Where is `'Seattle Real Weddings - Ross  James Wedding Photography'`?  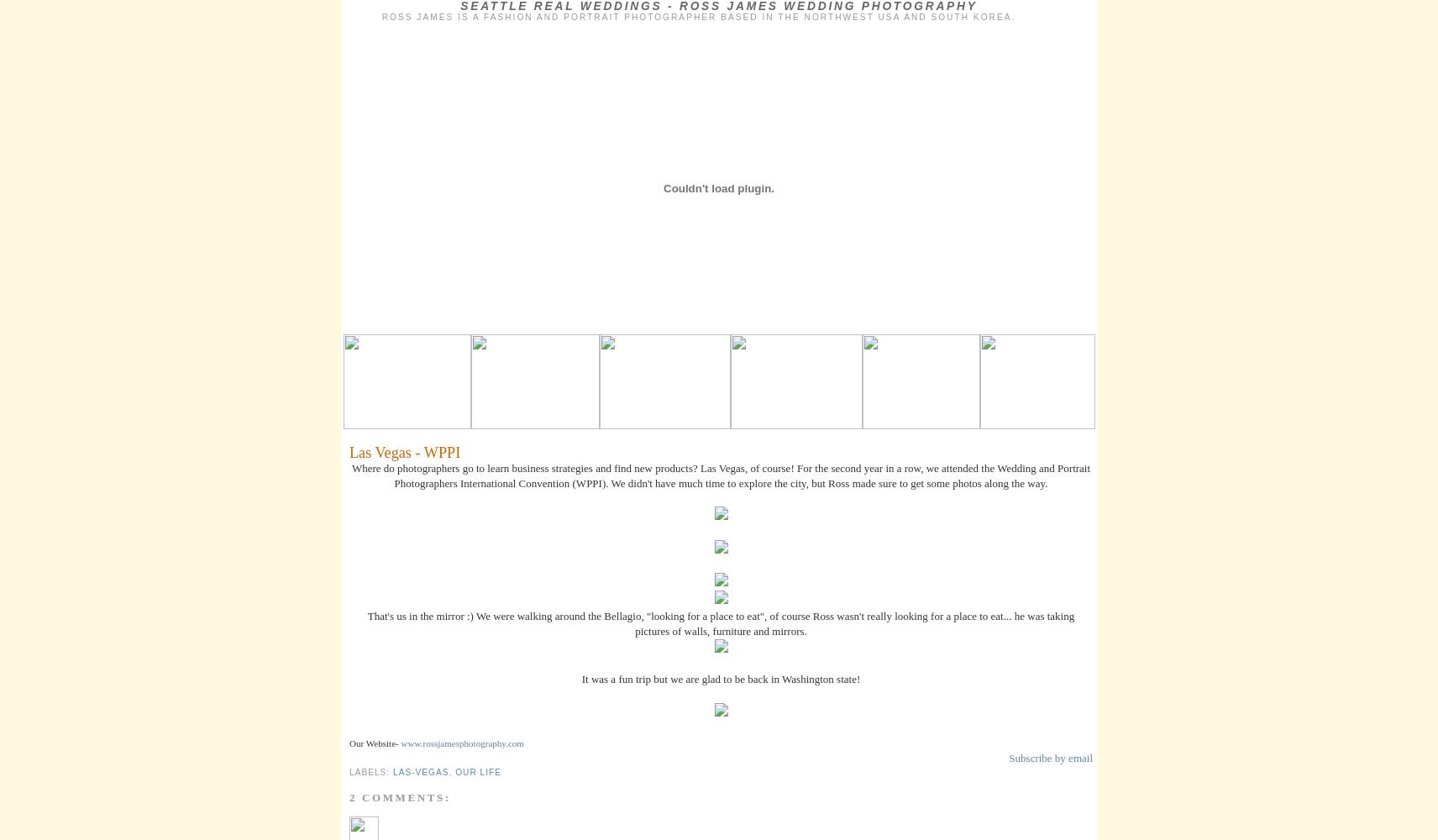 'Seattle Real Weddings - Ross  James Wedding Photography' is located at coordinates (718, 6).